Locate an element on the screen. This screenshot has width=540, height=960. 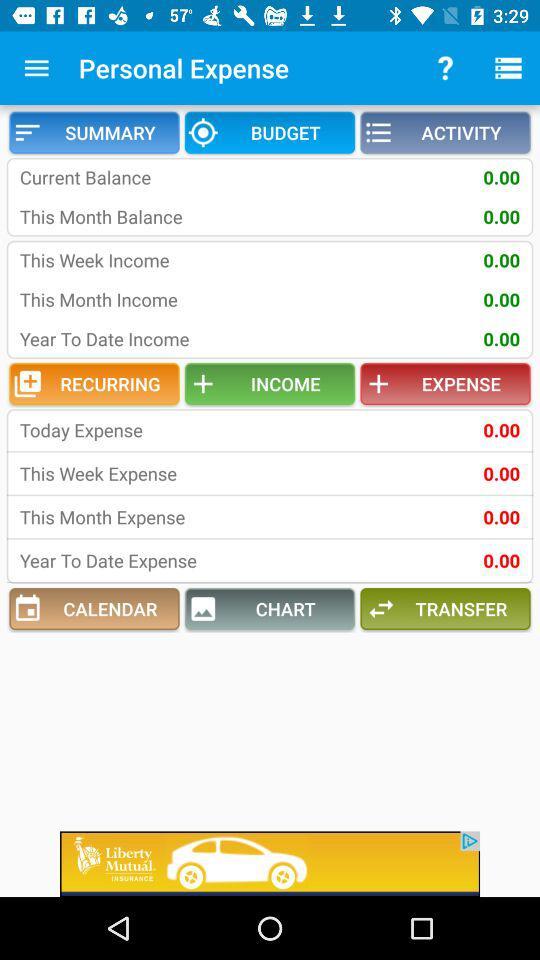
item next to income is located at coordinates (93, 383).